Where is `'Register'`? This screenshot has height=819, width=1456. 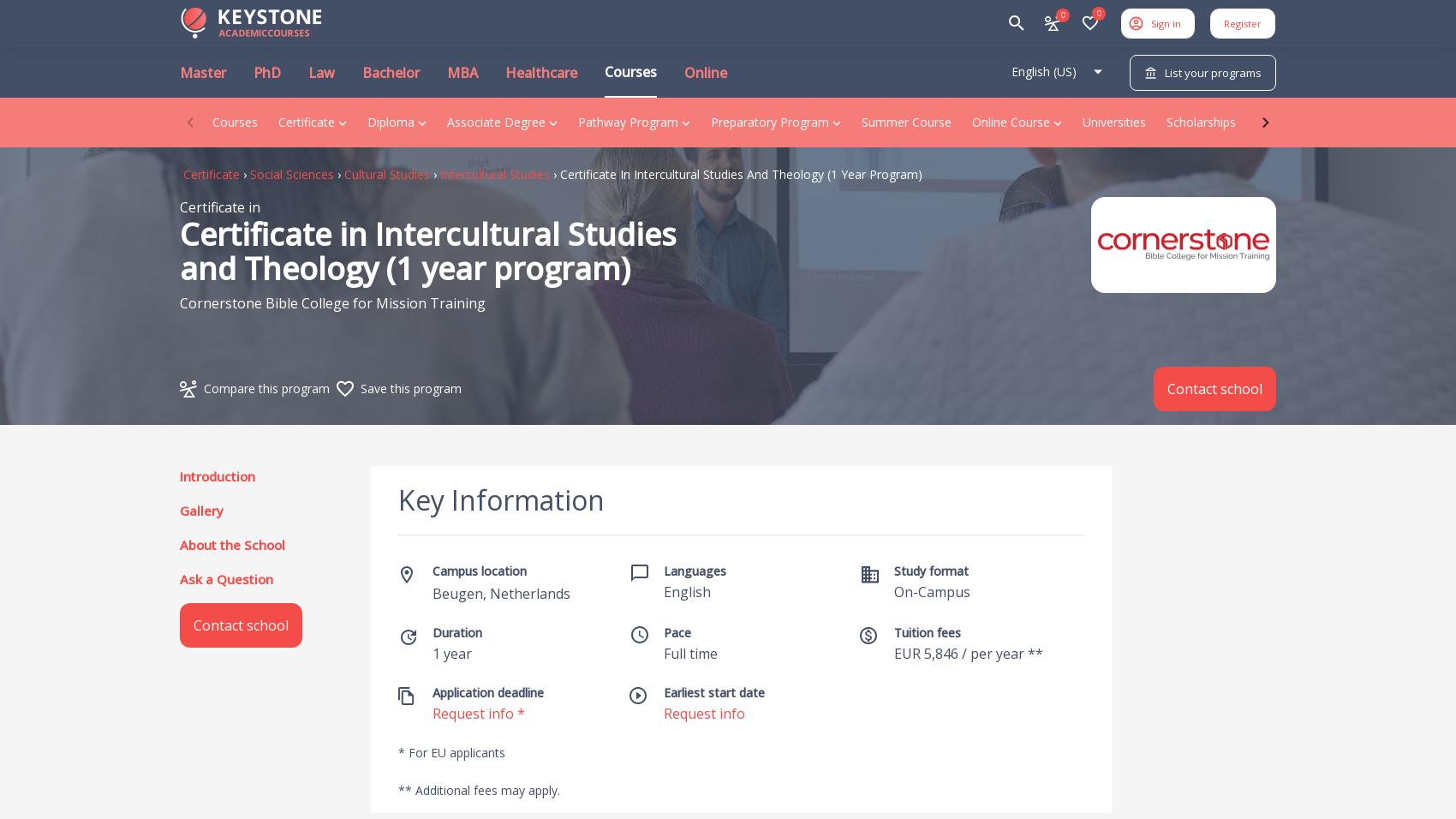 'Register' is located at coordinates (1241, 21).